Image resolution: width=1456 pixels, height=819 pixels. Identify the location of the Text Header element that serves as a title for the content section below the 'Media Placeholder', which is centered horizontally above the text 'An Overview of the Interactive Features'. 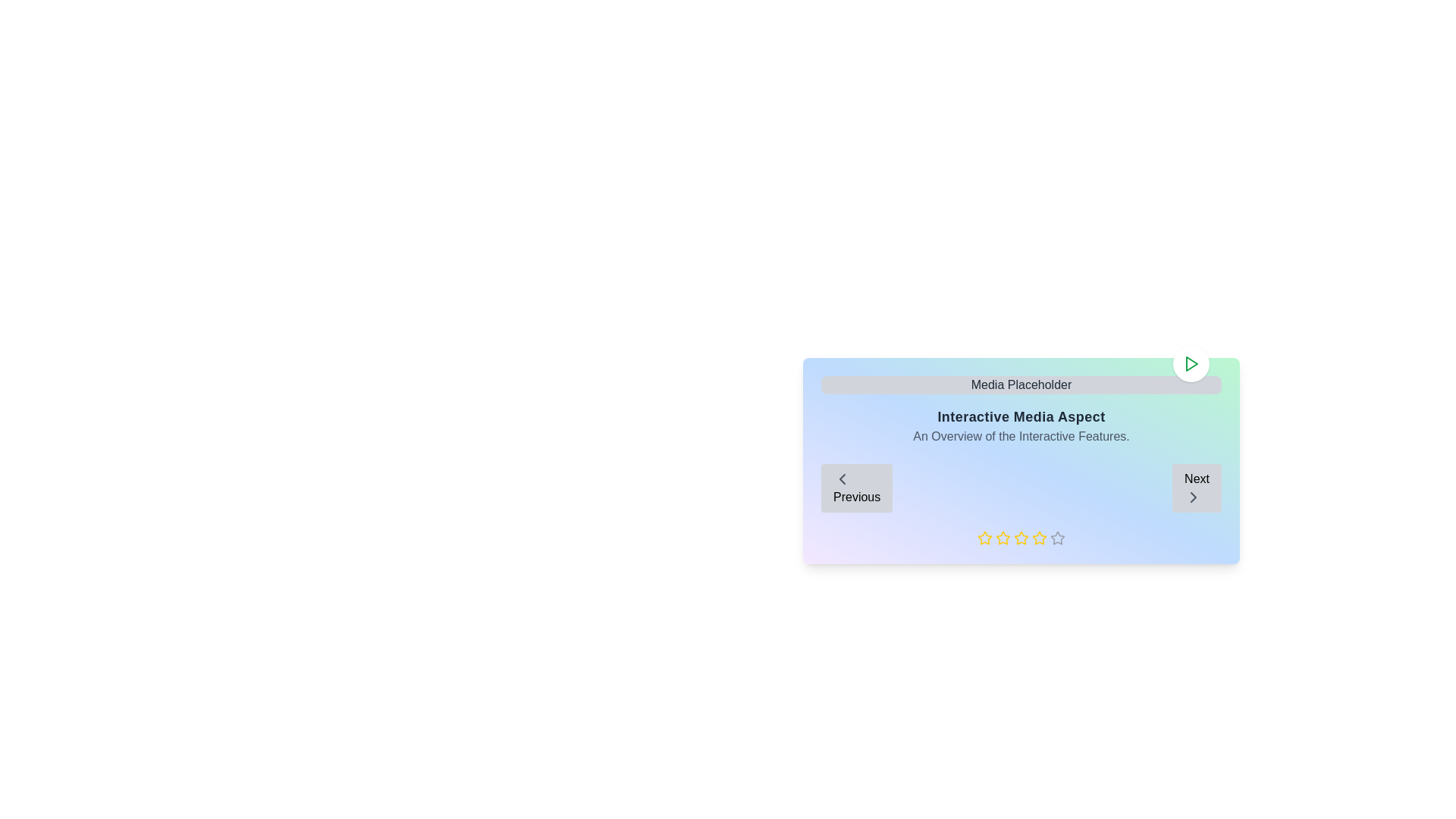
(1021, 417).